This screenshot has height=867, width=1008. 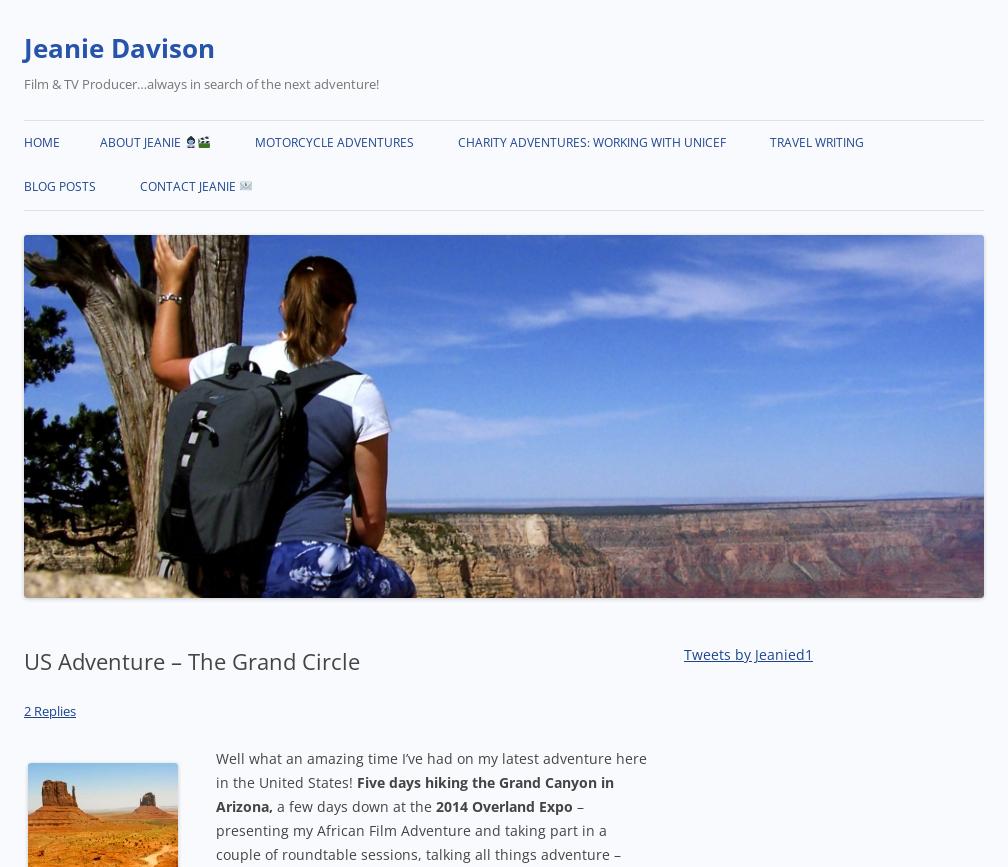 I want to click on 'Film & TV Producer…always in search of the next adventure!', so click(x=201, y=84).